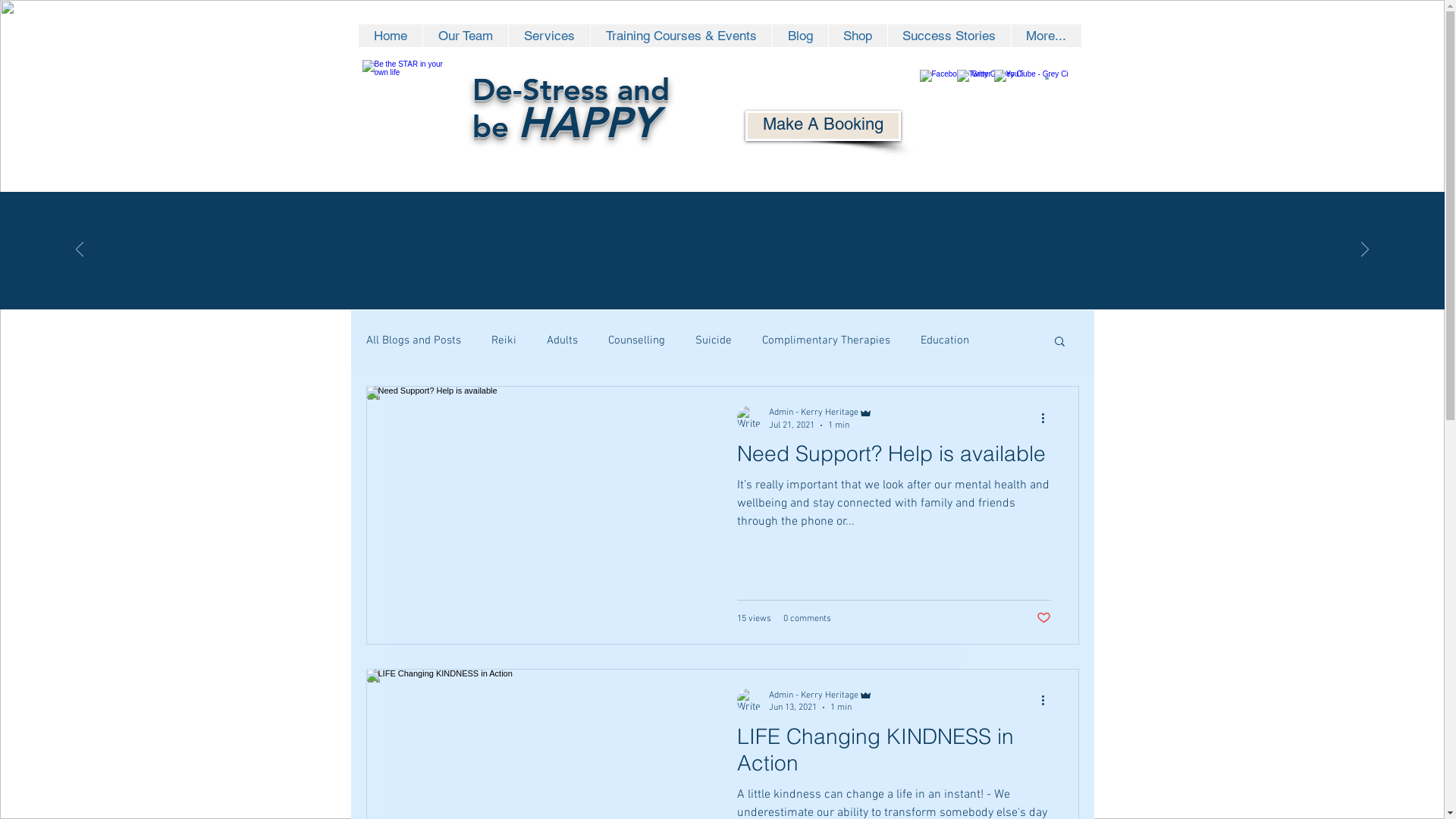 This screenshot has width=1456, height=819. I want to click on 'Complimentary Therapies', so click(824, 339).